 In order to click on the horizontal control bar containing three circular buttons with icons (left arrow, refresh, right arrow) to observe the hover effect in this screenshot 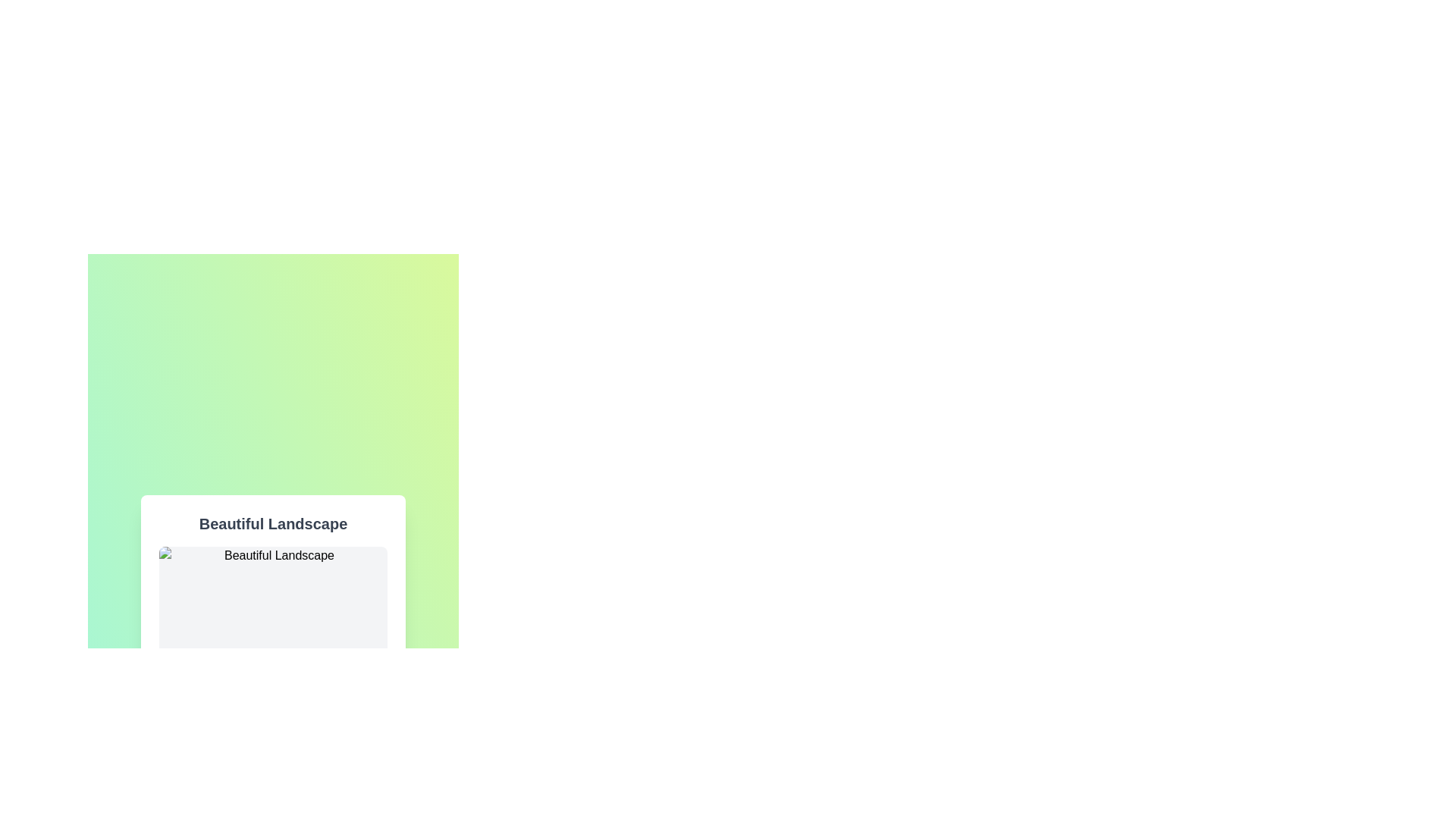, I will do `click(273, 798)`.